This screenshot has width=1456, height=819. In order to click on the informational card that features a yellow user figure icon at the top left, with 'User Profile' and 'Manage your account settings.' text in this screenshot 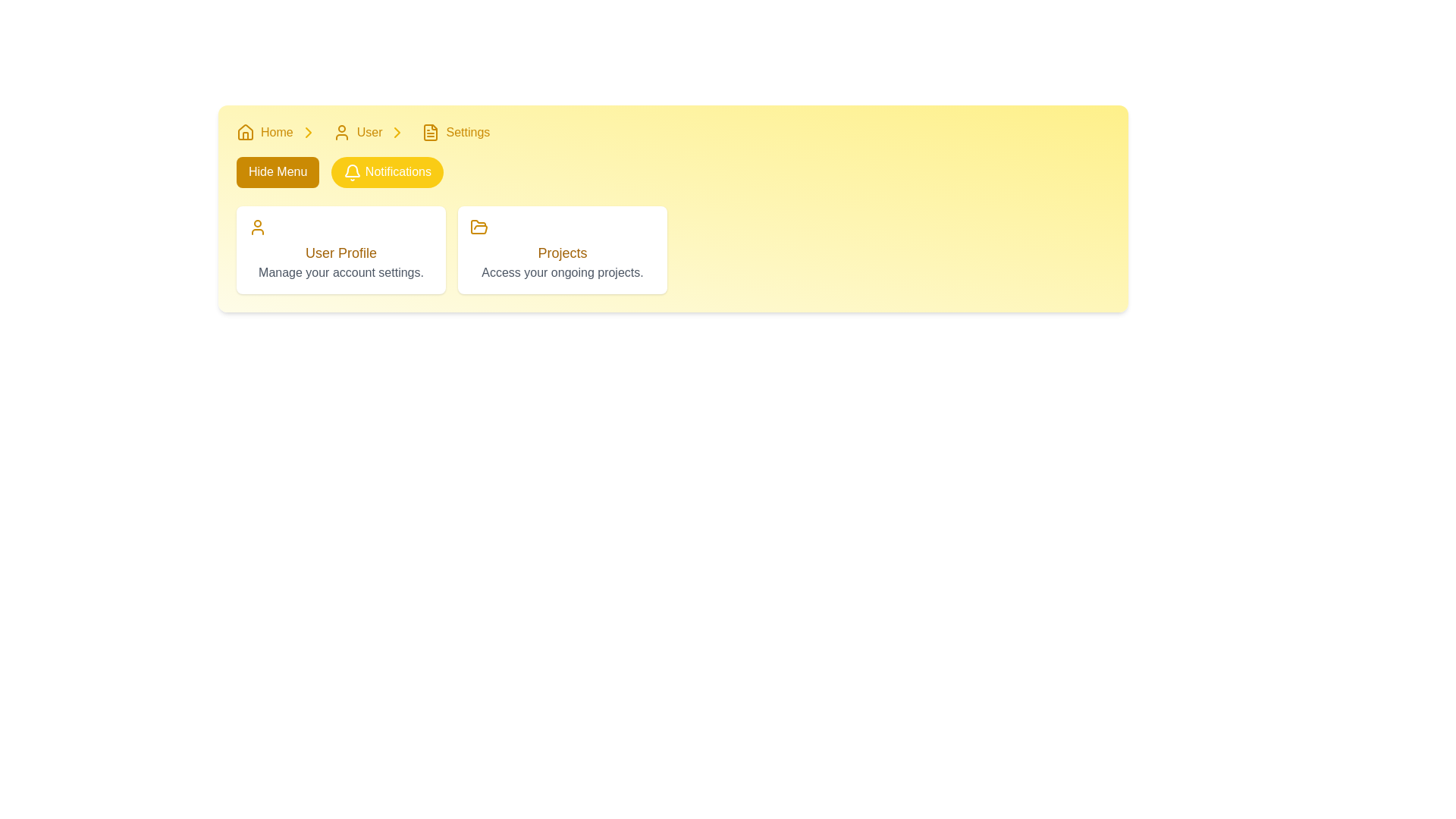, I will do `click(340, 248)`.